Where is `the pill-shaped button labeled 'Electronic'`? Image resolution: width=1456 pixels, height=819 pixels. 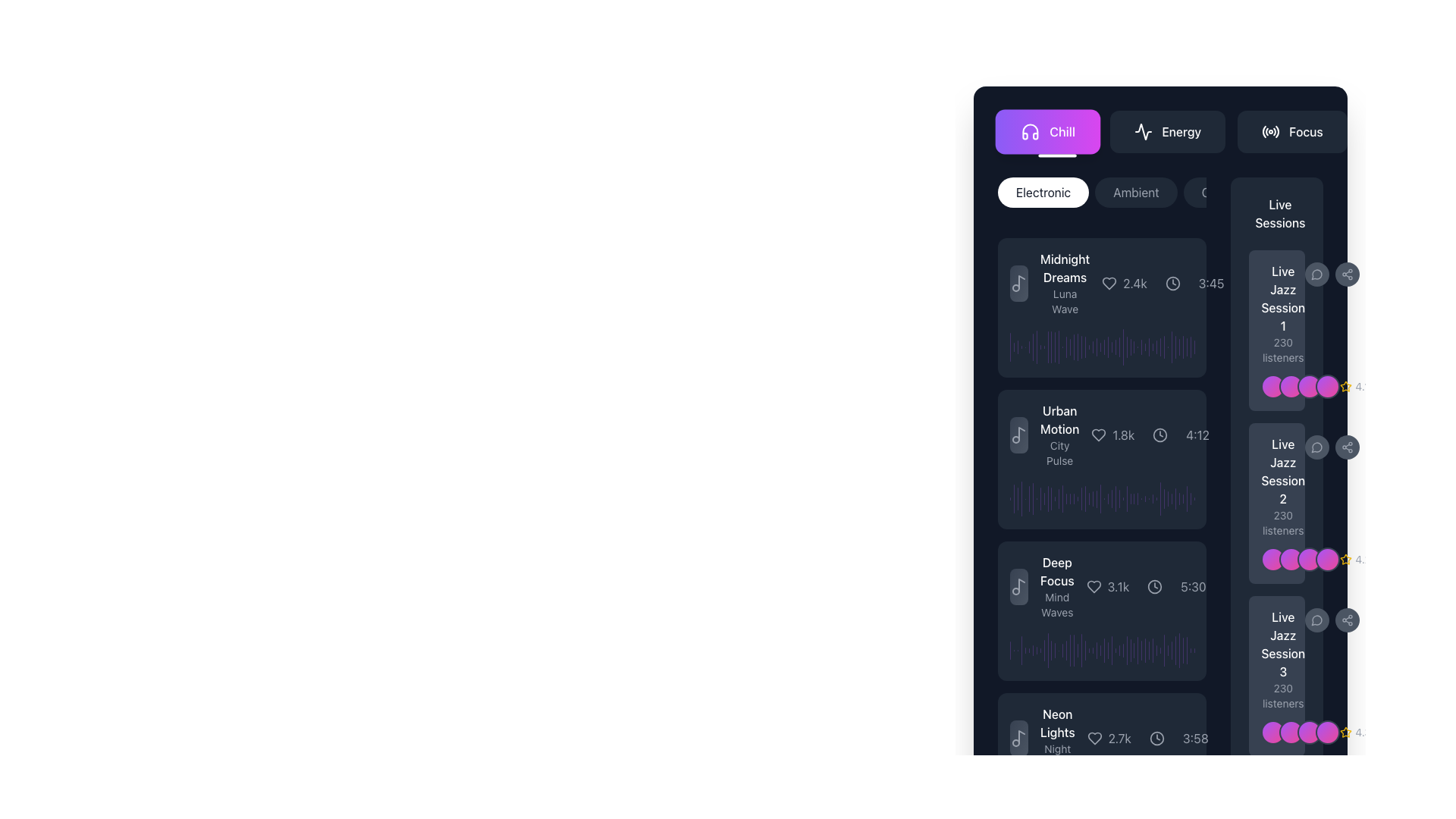
the pill-shaped button labeled 'Electronic' is located at coordinates (1043, 192).